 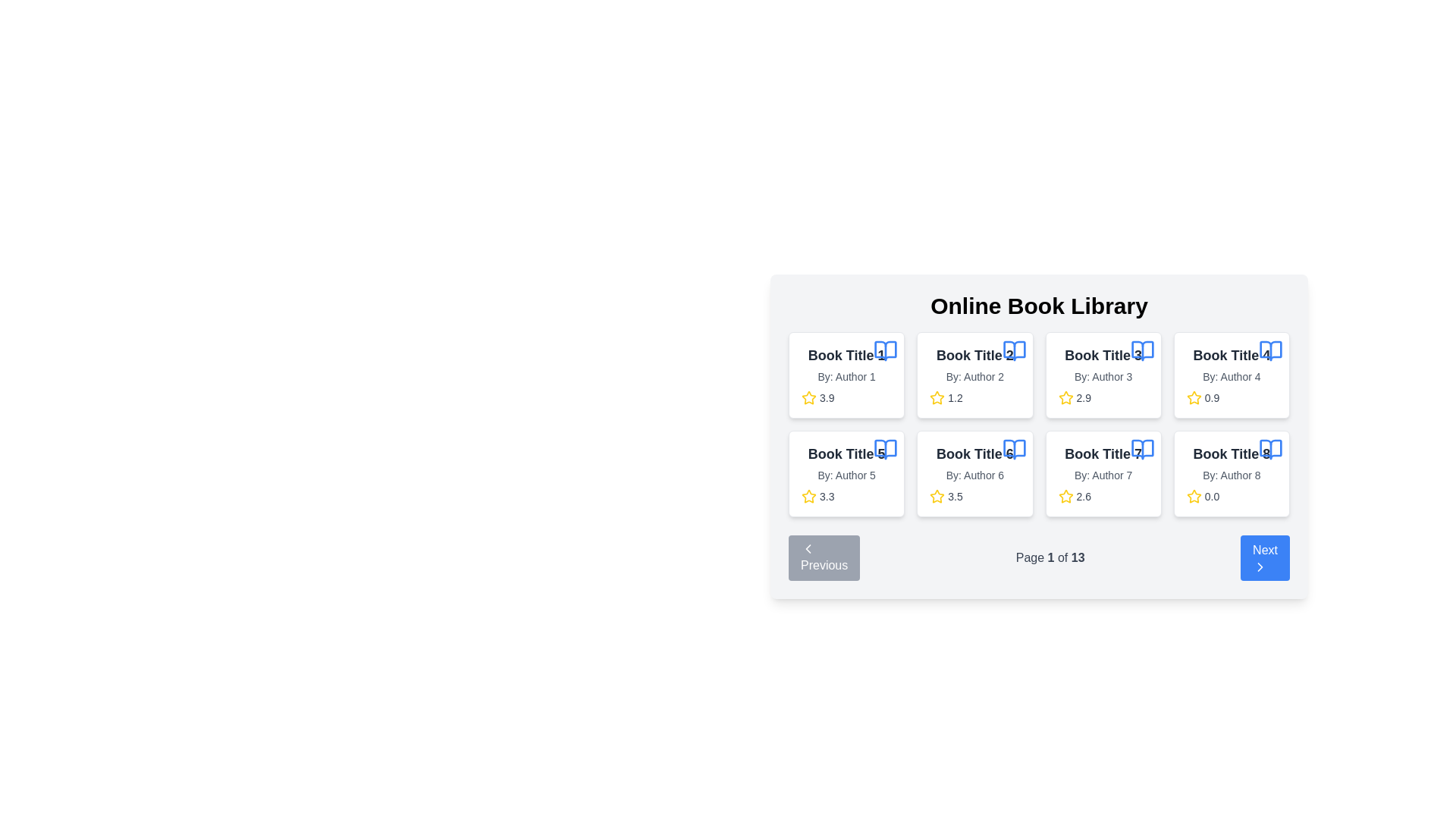 I want to click on the book information card located in the second row and second column of the grid layout, so click(x=974, y=472).